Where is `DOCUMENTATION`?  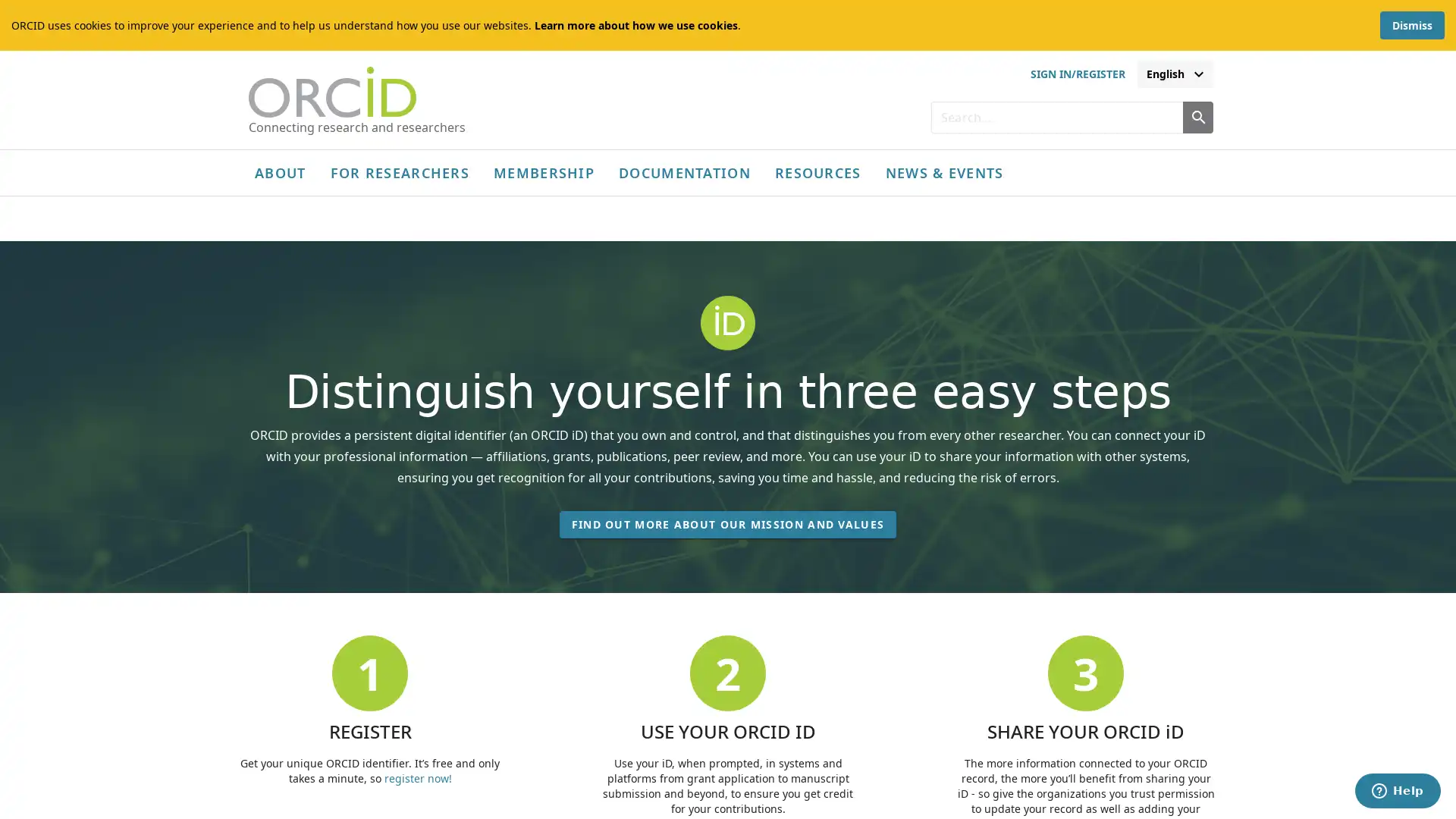 DOCUMENTATION is located at coordinates (683, 171).